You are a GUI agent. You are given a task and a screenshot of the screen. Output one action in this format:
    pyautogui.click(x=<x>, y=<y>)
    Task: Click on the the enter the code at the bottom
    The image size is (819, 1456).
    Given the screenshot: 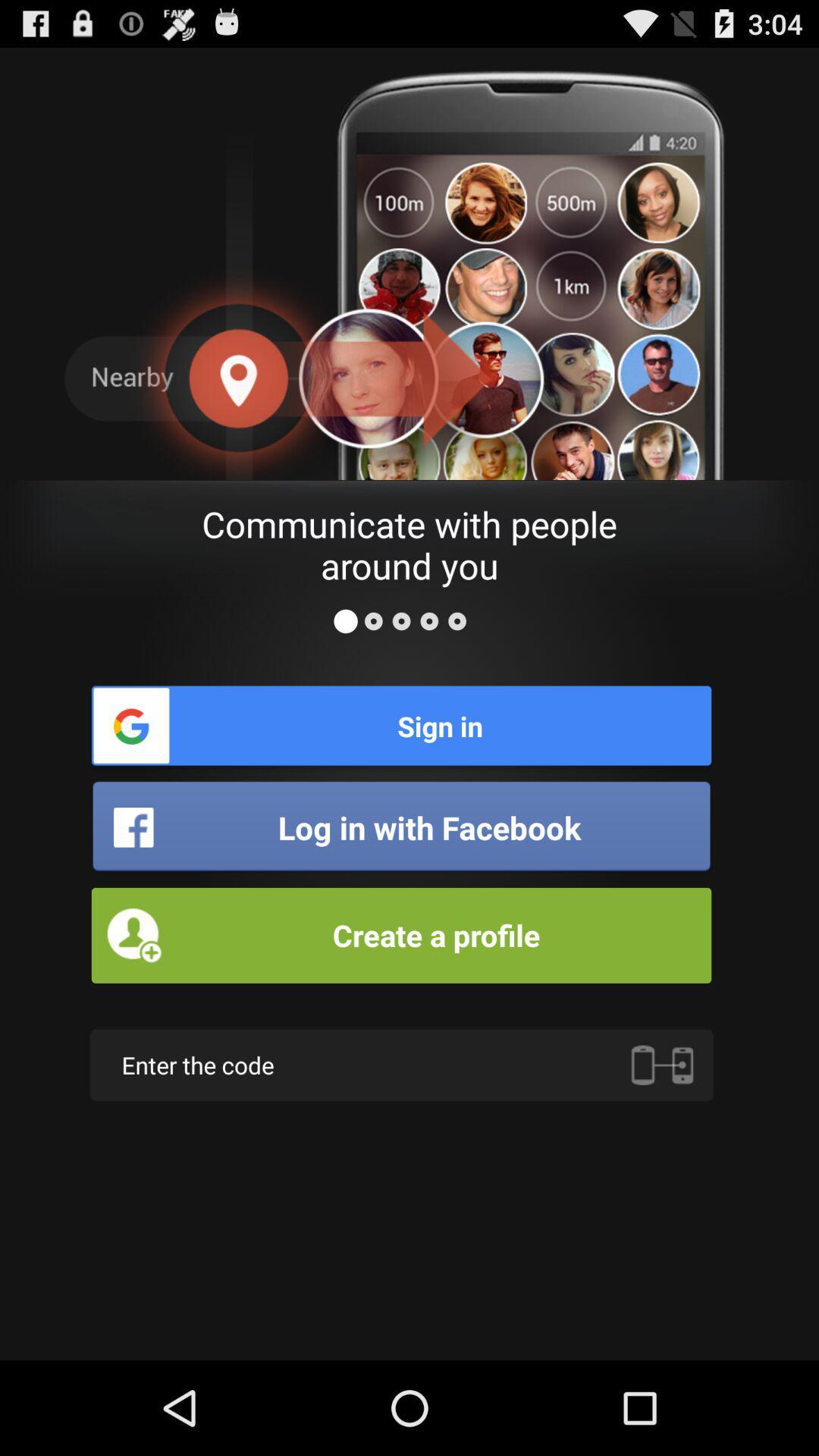 What is the action you would take?
    pyautogui.click(x=400, y=1064)
    